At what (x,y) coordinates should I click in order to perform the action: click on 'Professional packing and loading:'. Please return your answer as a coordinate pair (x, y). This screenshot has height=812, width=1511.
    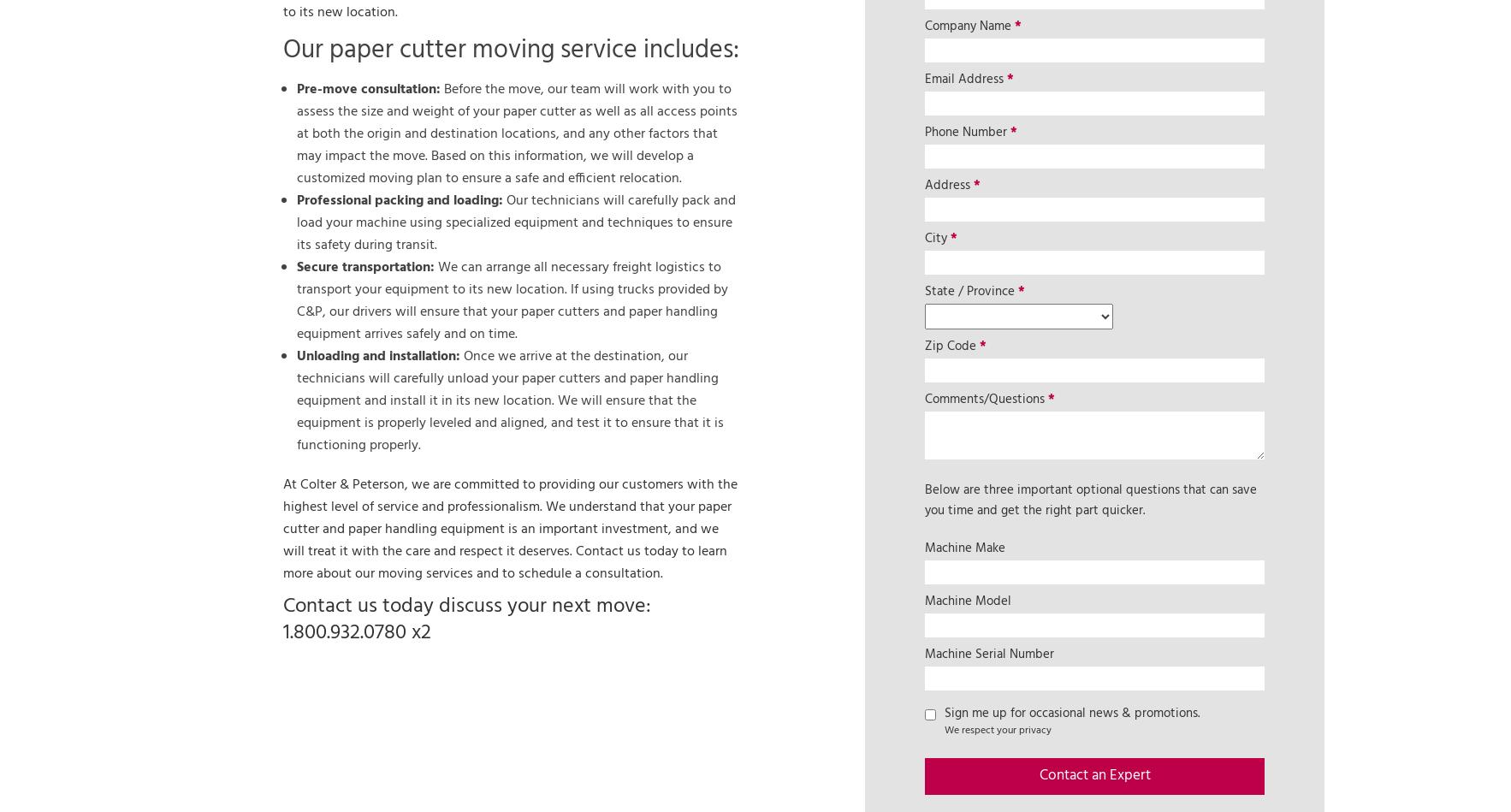
    Looking at the image, I should click on (400, 199).